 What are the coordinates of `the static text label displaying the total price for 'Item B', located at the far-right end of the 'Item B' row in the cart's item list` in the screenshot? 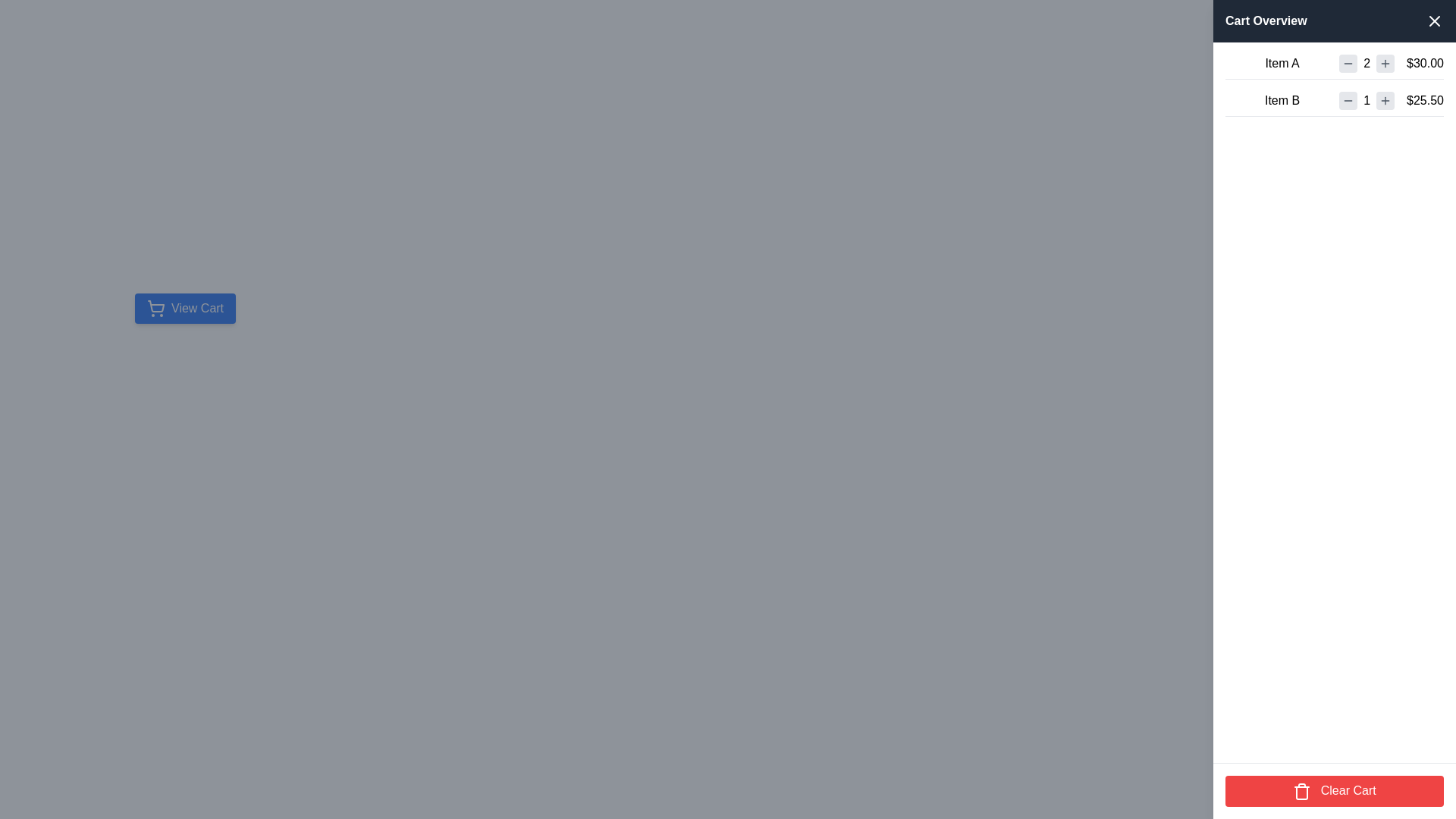 It's located at (1424, 100).